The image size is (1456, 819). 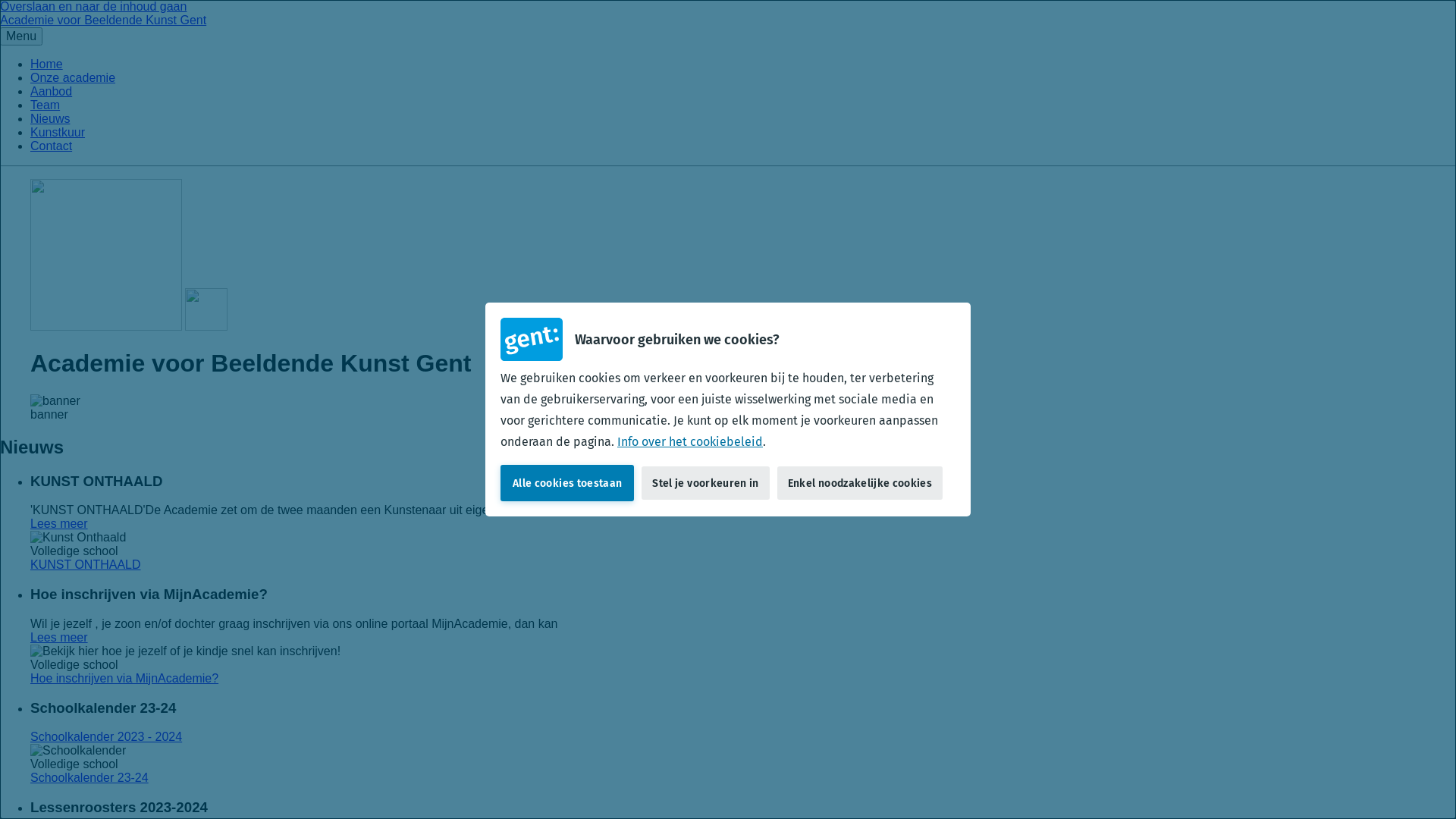 What do you see at coordinates (72, 77) in the screenshot?
I see `'Onze academie'` at bounding box center [72, 77].